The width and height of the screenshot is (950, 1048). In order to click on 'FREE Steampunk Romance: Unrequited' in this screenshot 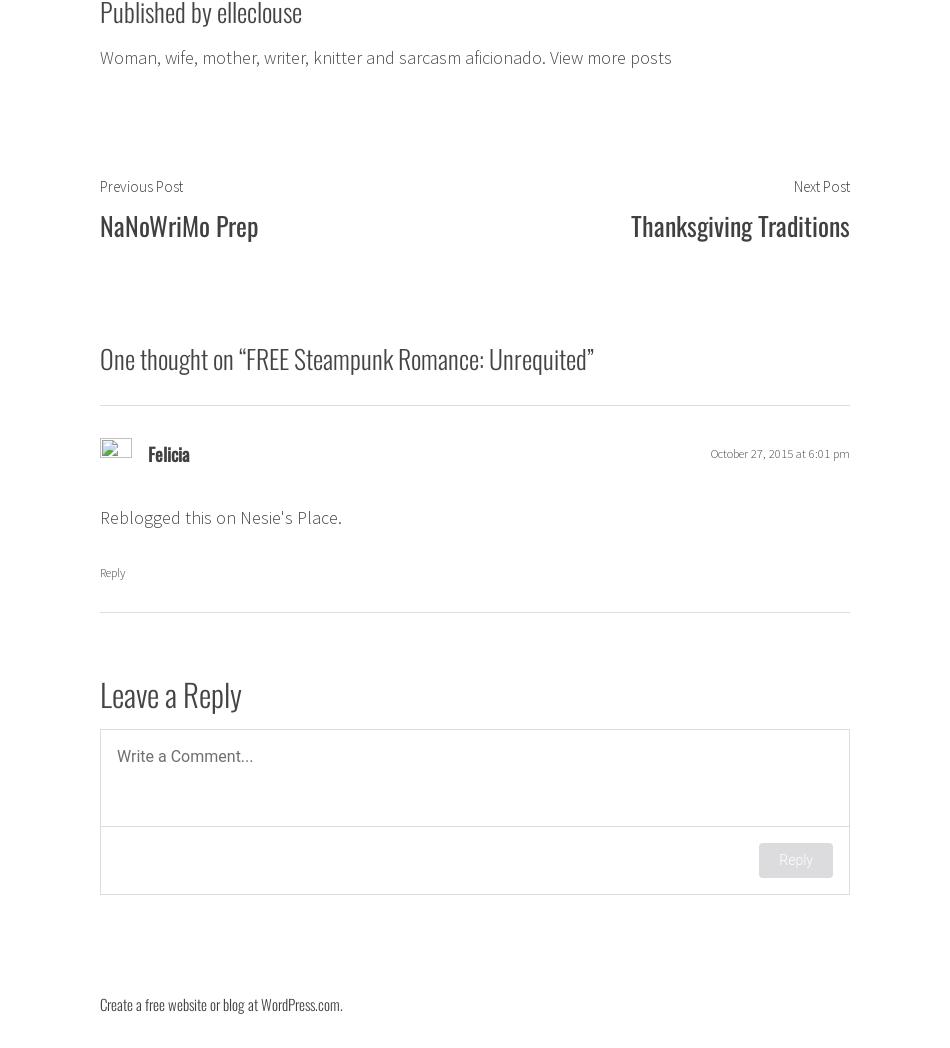, I will do `click(244, 356)`.